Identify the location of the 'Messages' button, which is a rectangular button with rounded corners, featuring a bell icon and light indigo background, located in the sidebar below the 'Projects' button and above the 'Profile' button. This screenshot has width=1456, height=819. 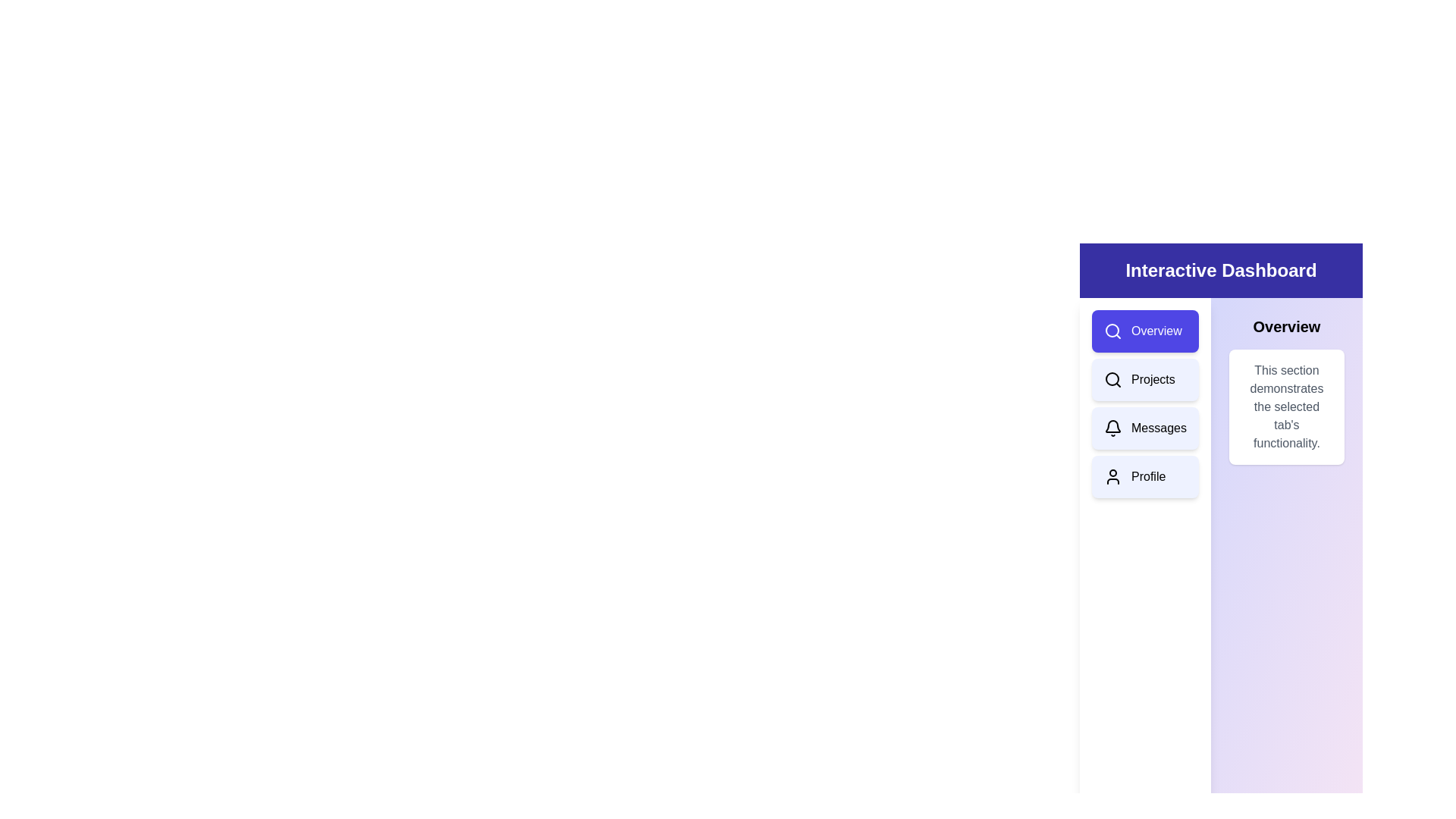
(1145, 428).